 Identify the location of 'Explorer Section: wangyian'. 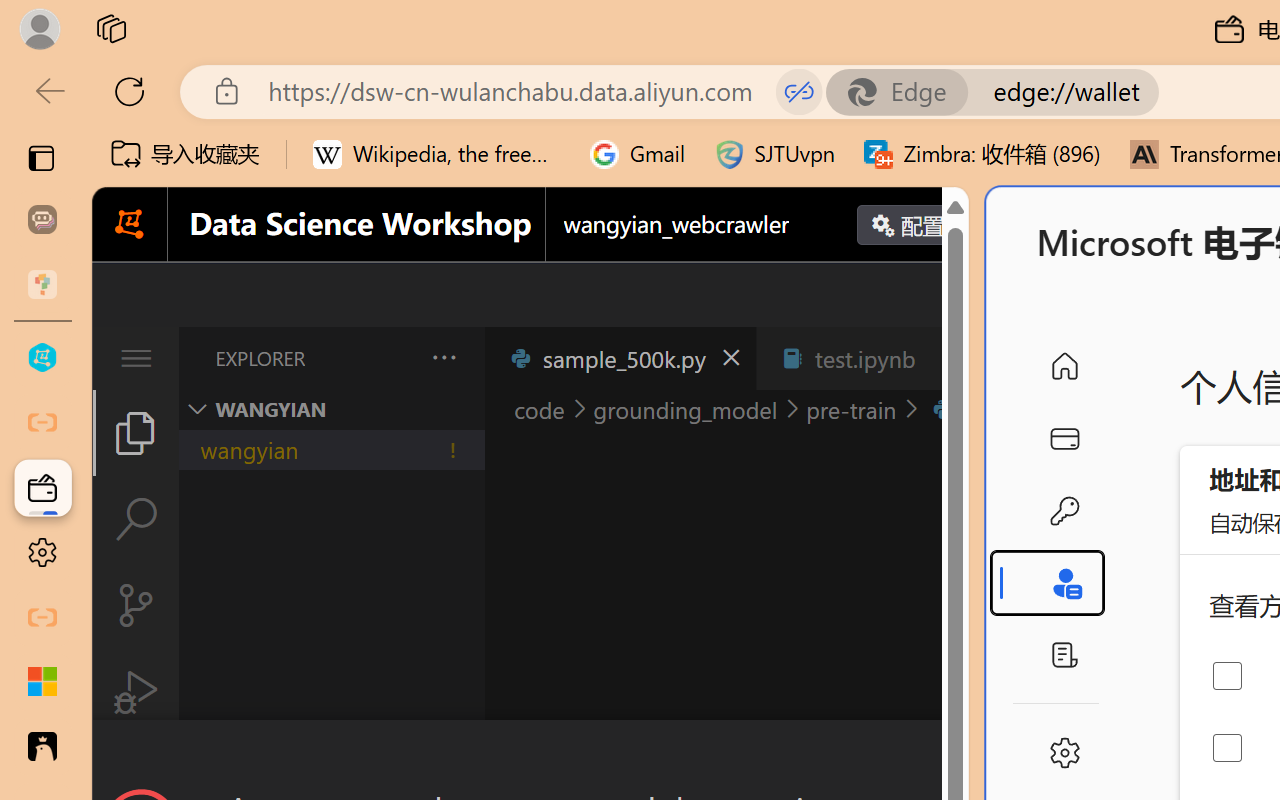
(331, 409).